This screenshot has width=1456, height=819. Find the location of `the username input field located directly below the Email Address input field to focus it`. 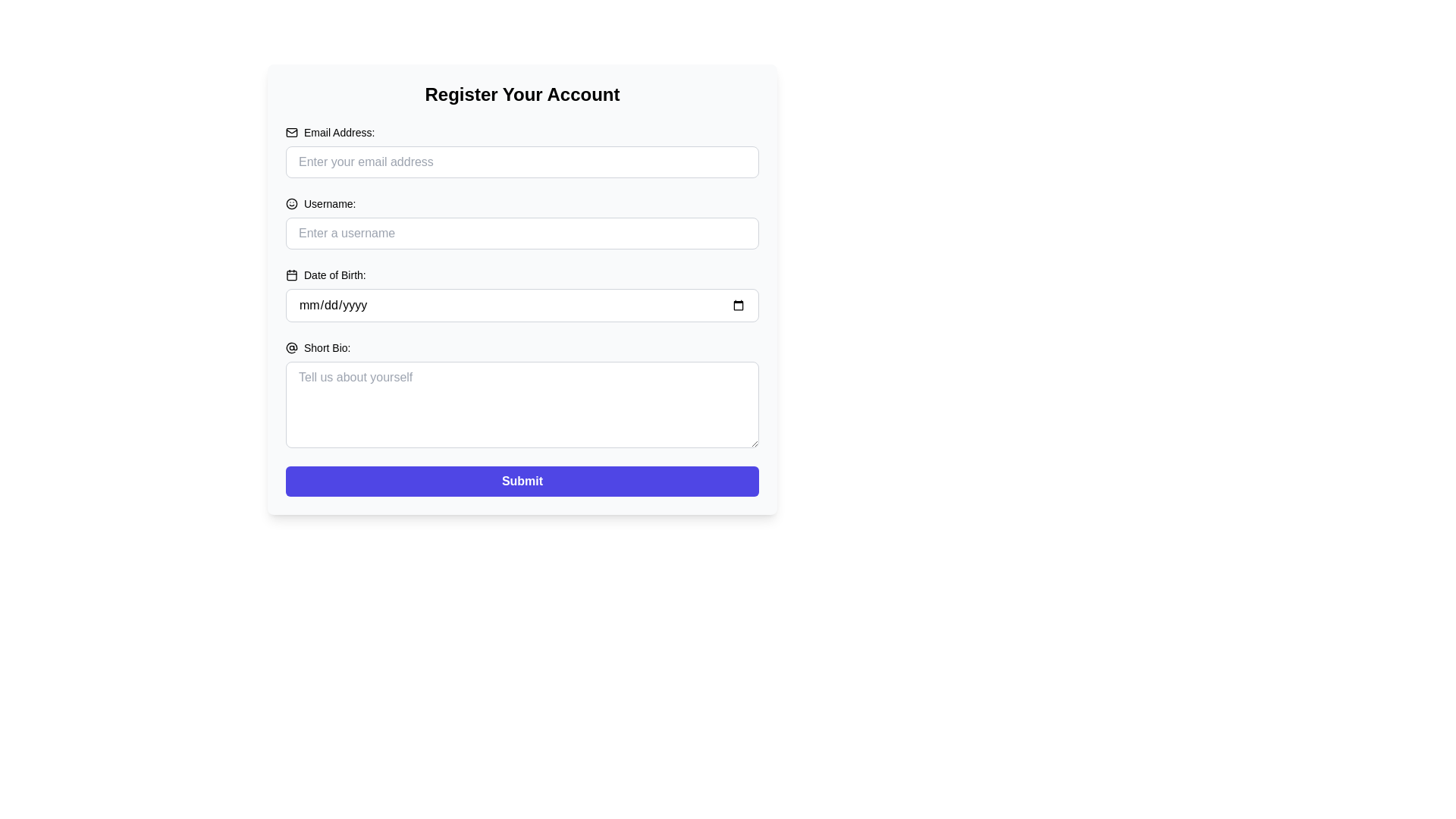

the username input field located directly below the Email Address input field to focus it is located at coordinates (522, 234).